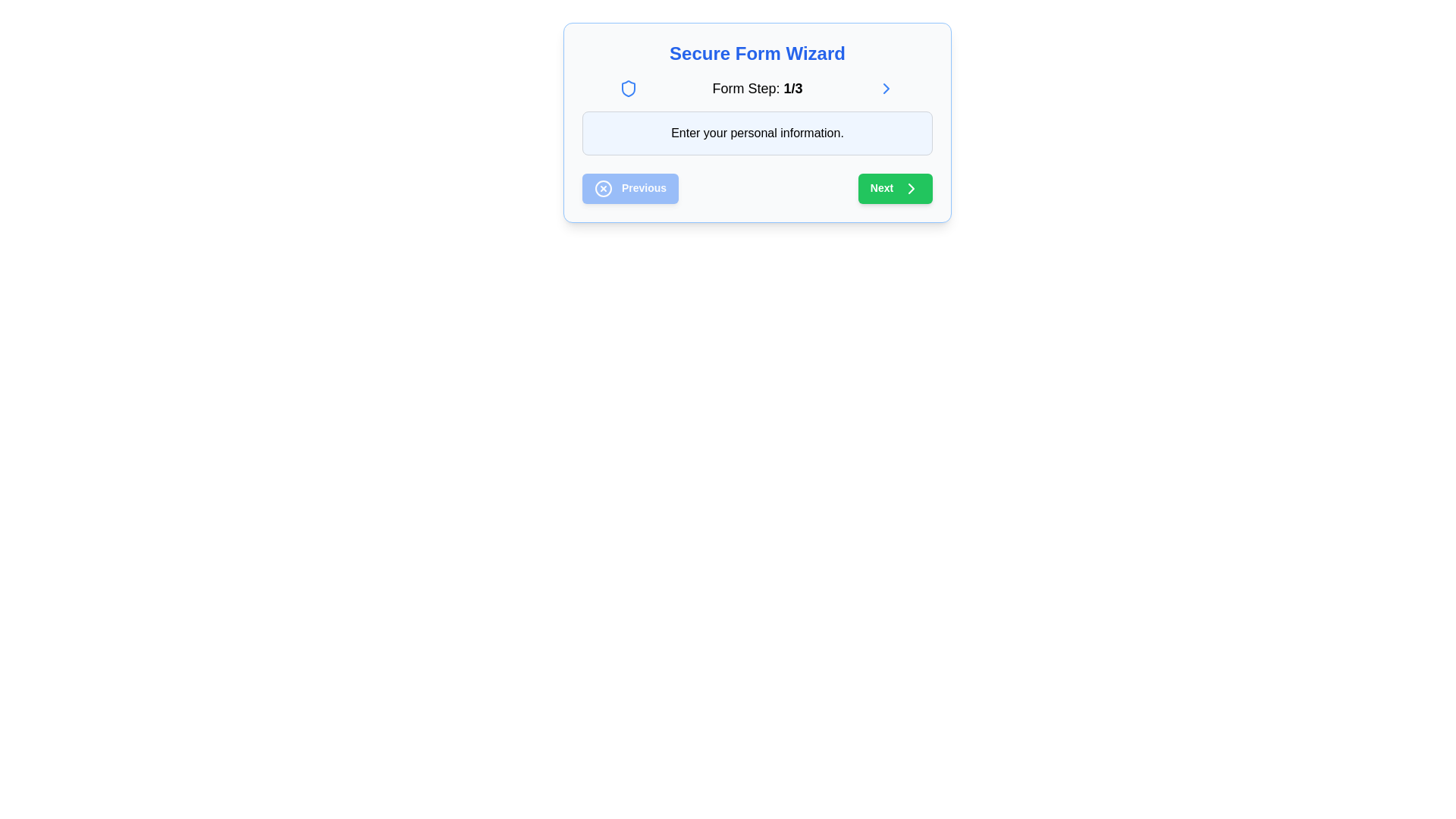 This screenshot has width=1456, height=819. I want to click on the security icon located in the header of the form wizard interface, positioned left of the text 'Form Step: 1/3', to associate it as a symbol, so click(629, 88).